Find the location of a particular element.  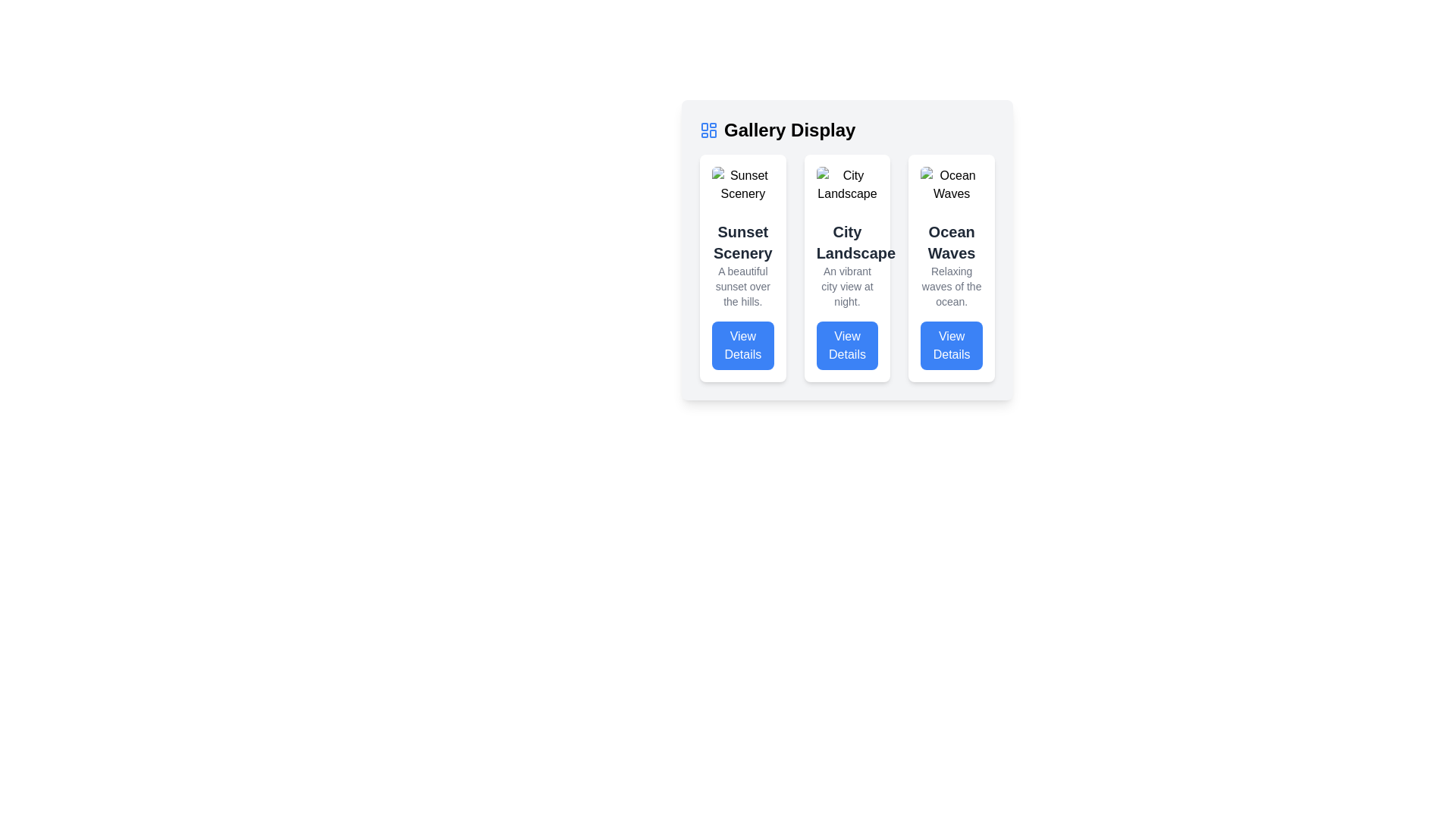

the bold text label displaying 'Sunset Scenery' to enhance visibility is located at coordinates (742, 242).